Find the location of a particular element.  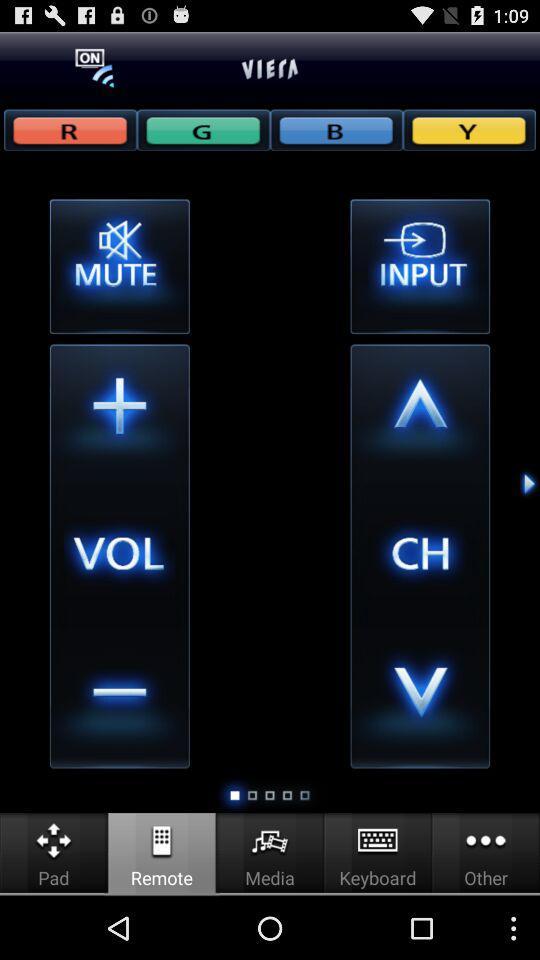

mute is located at coordinates (119, 265).